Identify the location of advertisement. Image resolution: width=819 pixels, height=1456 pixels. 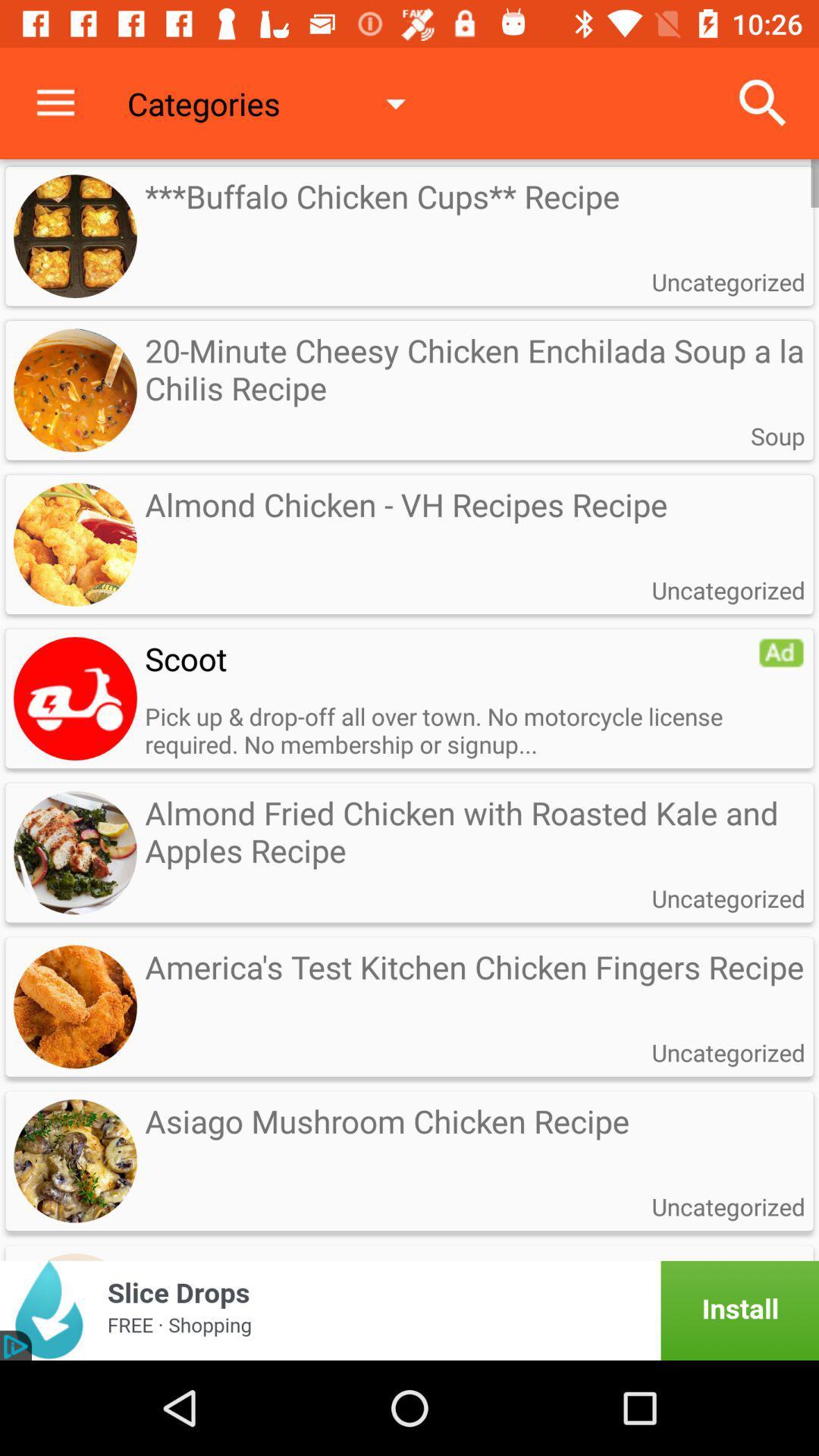
(75, 698).